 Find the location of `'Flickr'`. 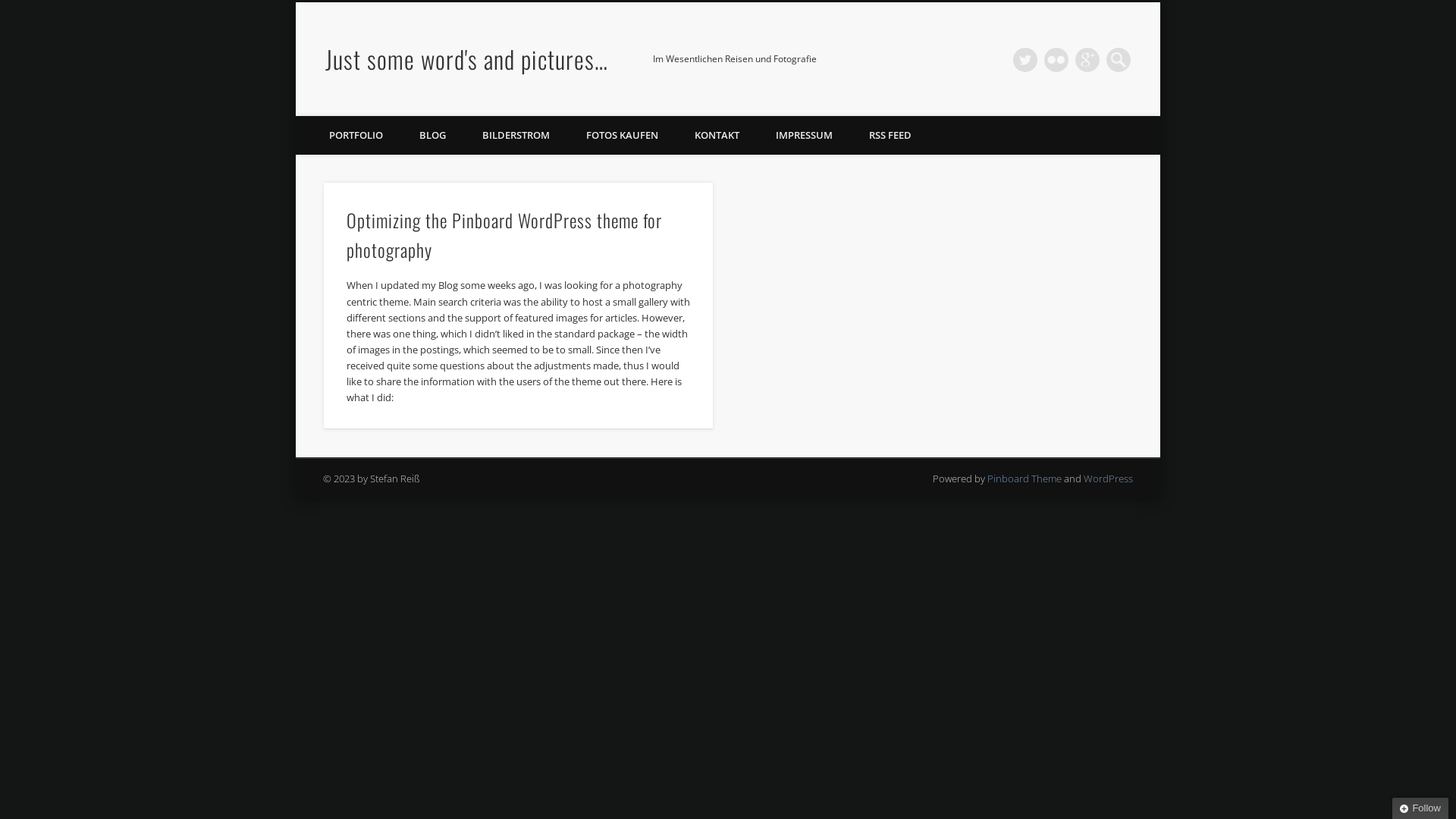

'Flickr' is located at coordinates (1043, 58).